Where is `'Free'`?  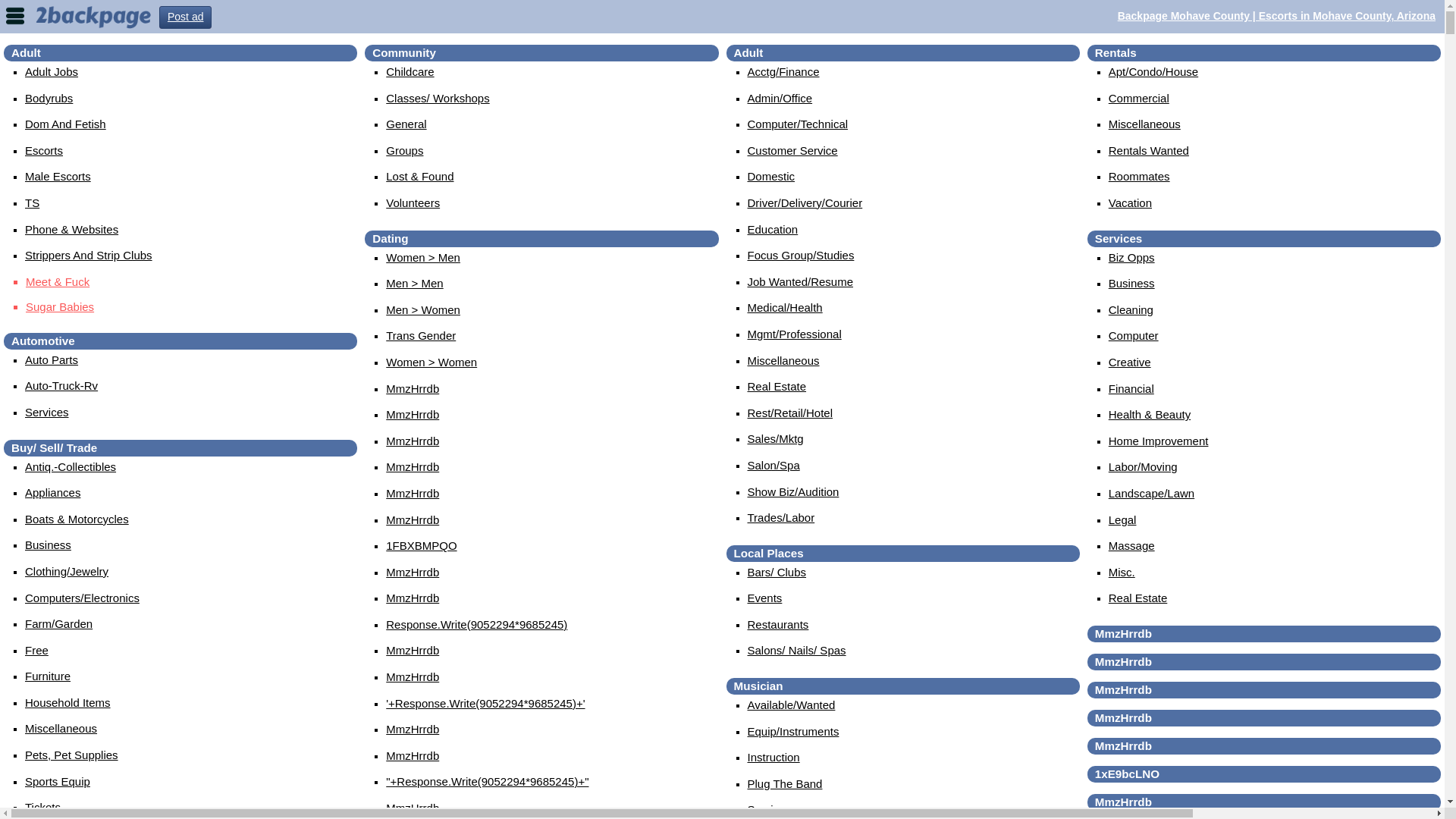 'Free' is located at coordinates (36, 649).